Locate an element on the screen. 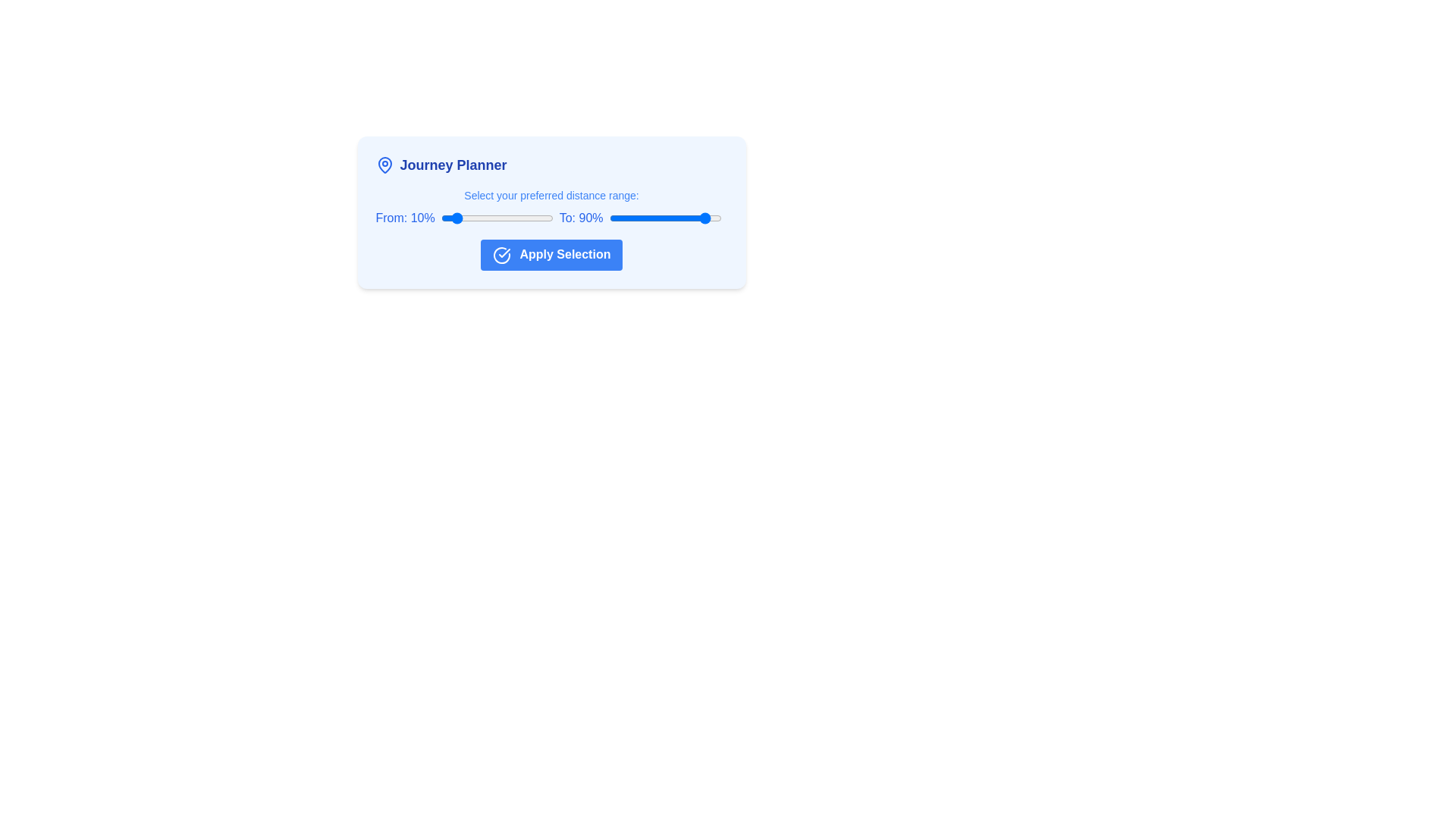 This screenshot has height=819, width=1456. the slider value is located at coordinates (651, 218).